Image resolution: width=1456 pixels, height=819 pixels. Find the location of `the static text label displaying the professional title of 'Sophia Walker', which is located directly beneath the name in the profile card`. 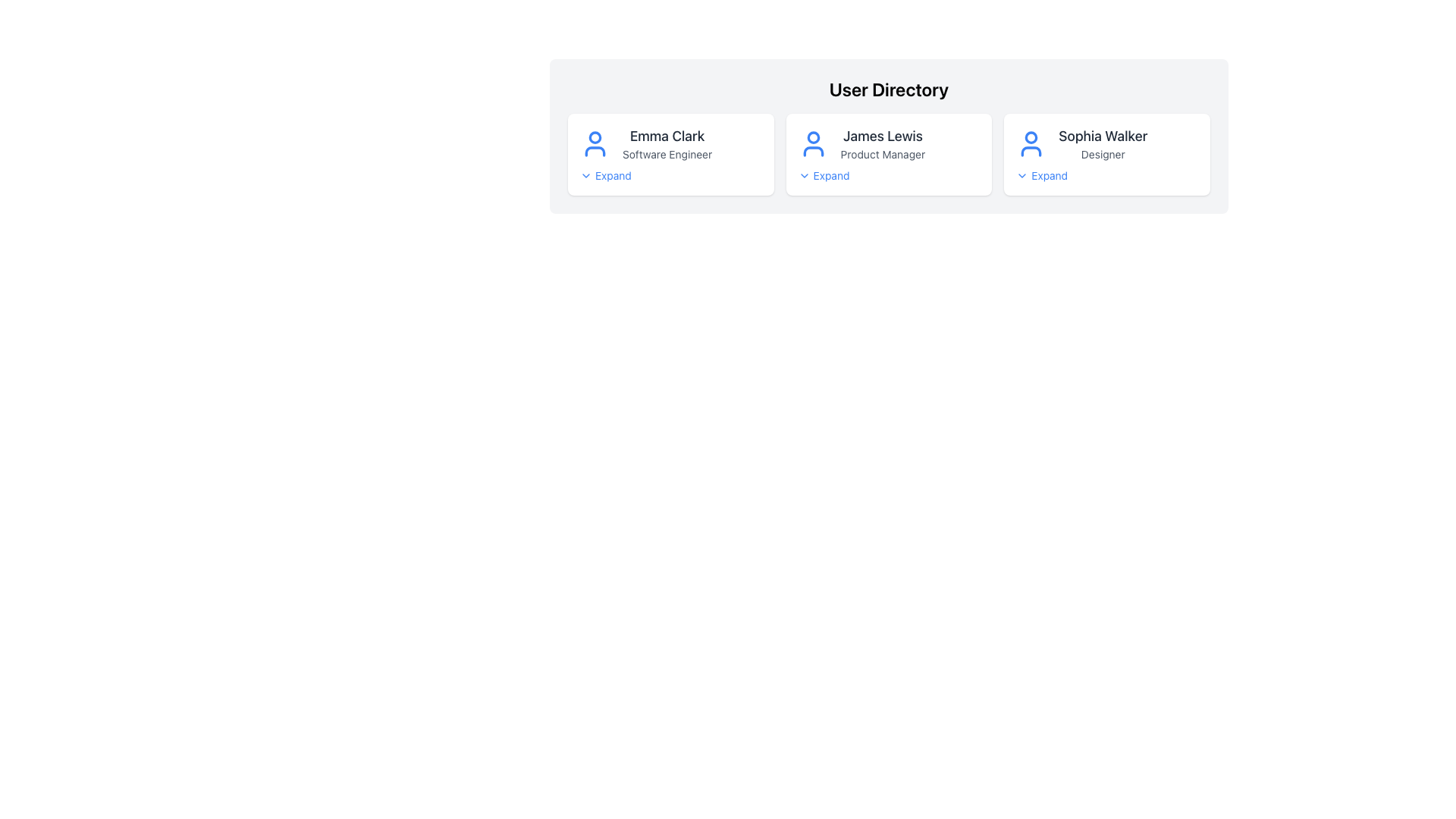

the static text label displaying the professional title of 'Sophia Walker', which is located directly beneath the name in the profile card is located at coordinates (1103, 155).